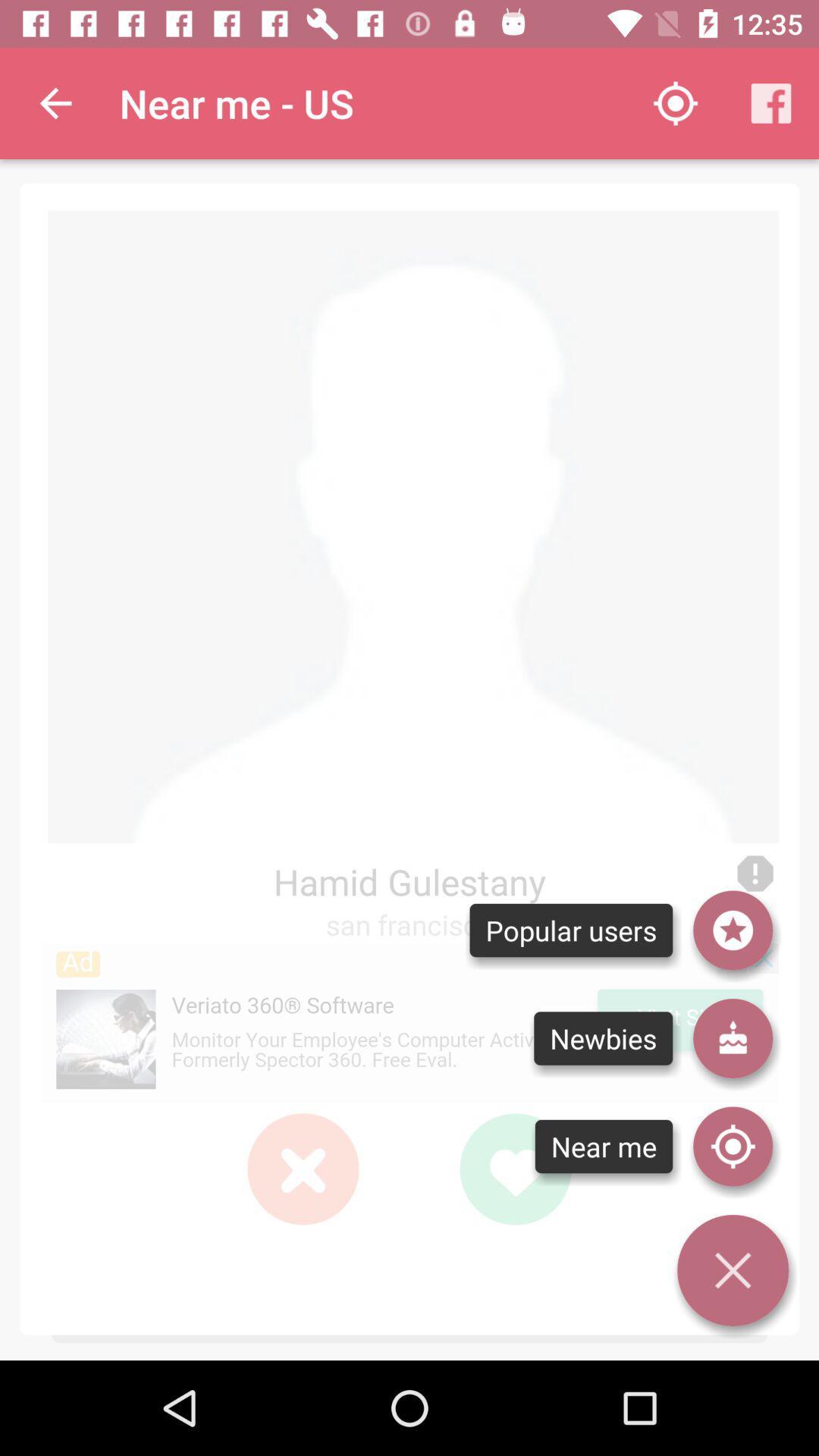  What do you see at coordinates (732, 1147) in the screenshot?
I see `the location_crosshair icon` at bounding box center [732, 1147].